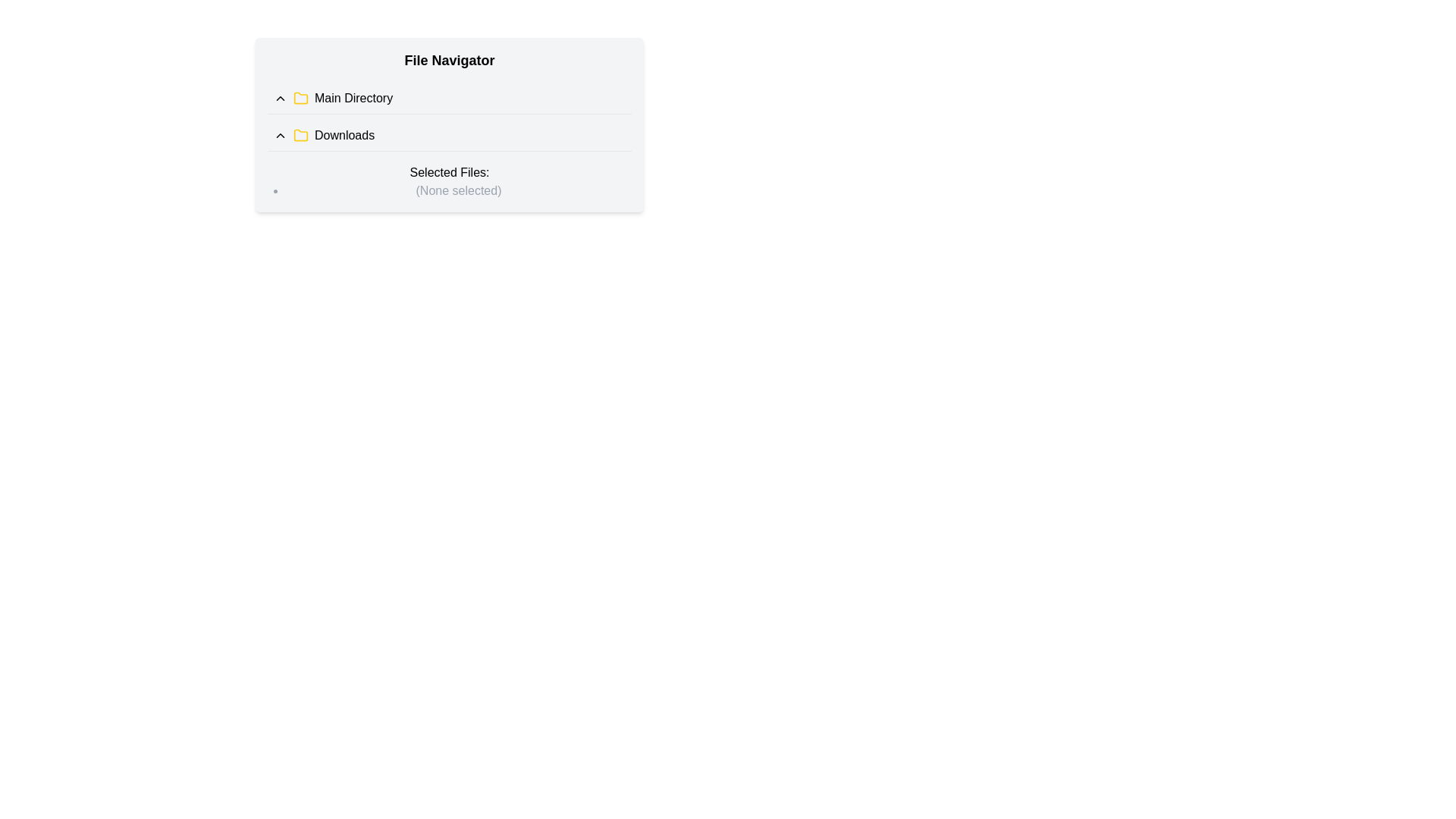 The image size is (1456, 819). What do you see at coordinates (280, 134) in the screenshot?
I see `the interactive button styled as an icon resembling a chevron or arrow` at bounding box center [280, 134].